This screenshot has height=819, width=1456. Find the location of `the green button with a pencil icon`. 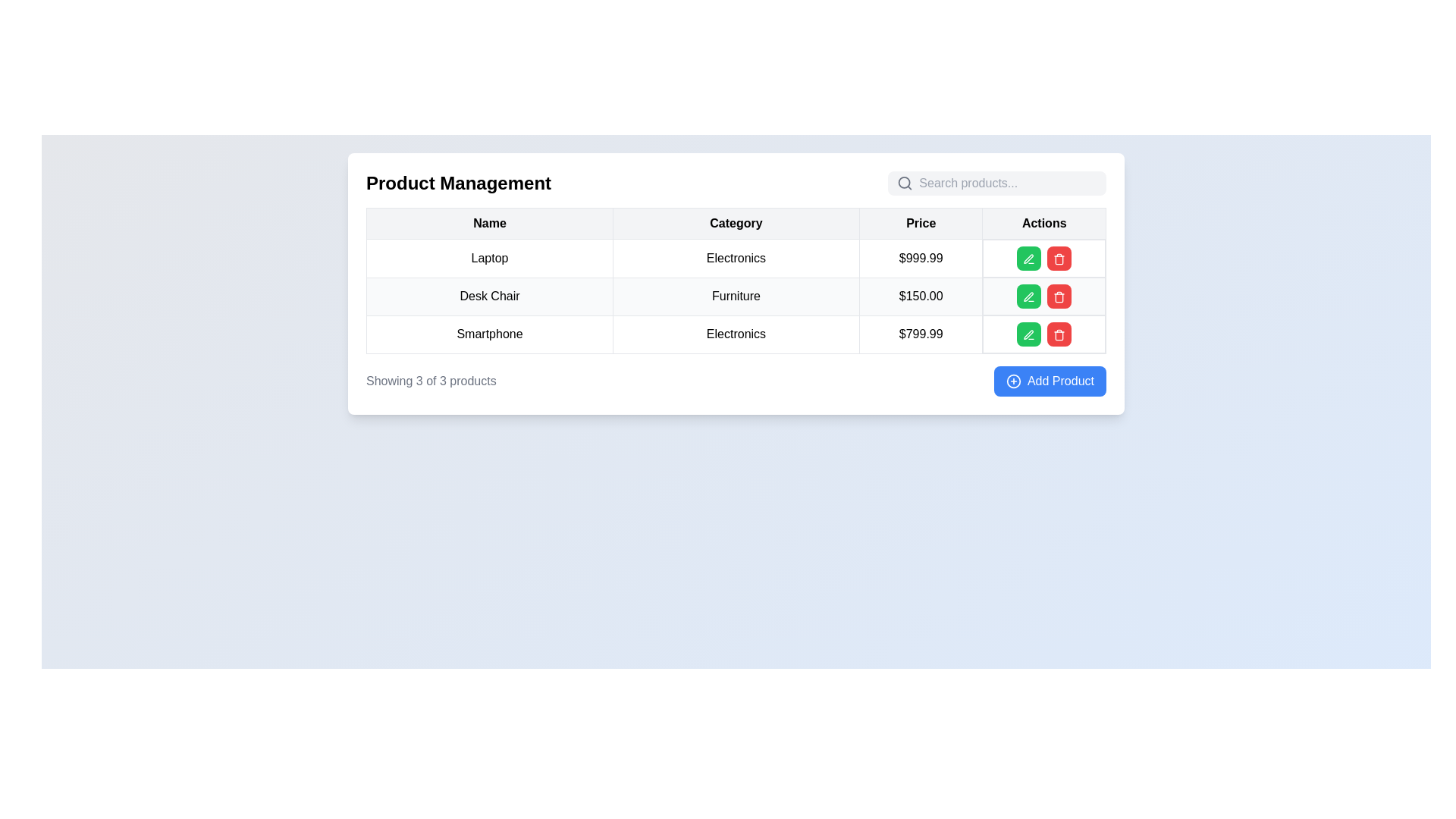

the green button with a pencil icon is located at coordinates (1043, 296).